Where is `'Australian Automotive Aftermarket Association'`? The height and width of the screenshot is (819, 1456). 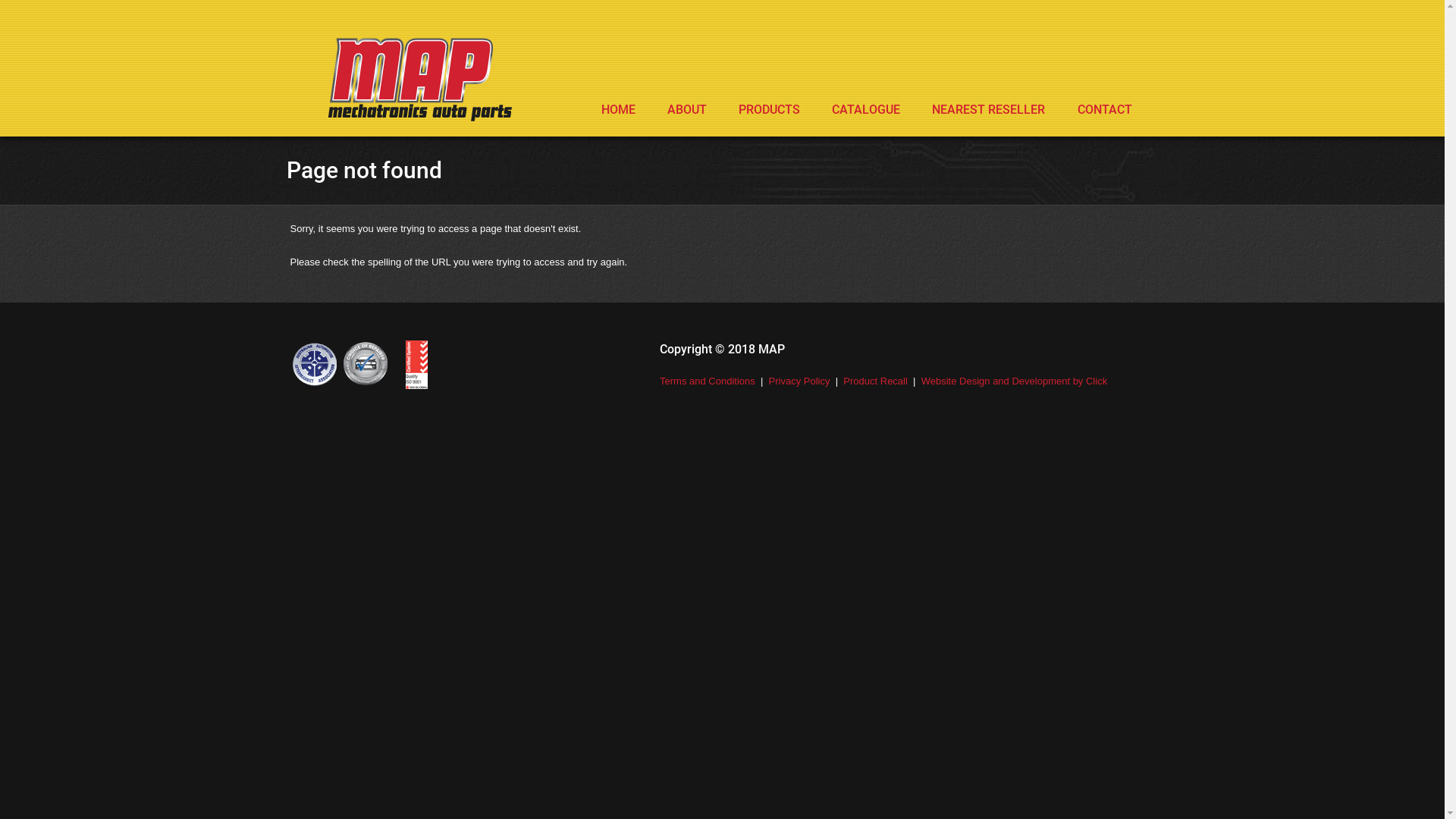 'Australian Automotive Aftermarket Association' is located at coordinates (312, 365).